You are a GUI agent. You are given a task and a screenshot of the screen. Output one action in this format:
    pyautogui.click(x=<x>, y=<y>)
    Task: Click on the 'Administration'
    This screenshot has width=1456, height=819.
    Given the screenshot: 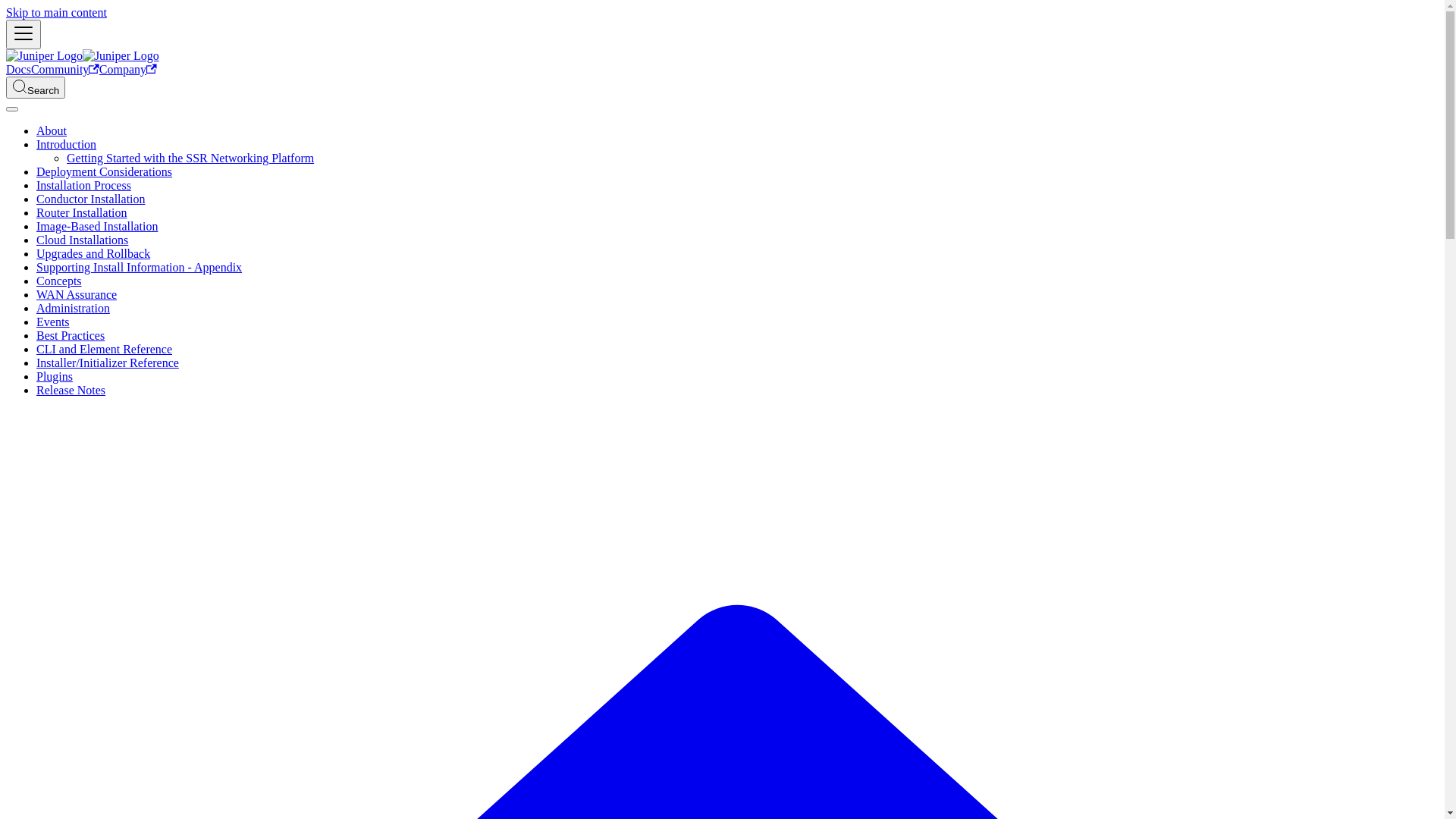 What is the action you would take?
    pyautogui.click(x=36, y=307)
    